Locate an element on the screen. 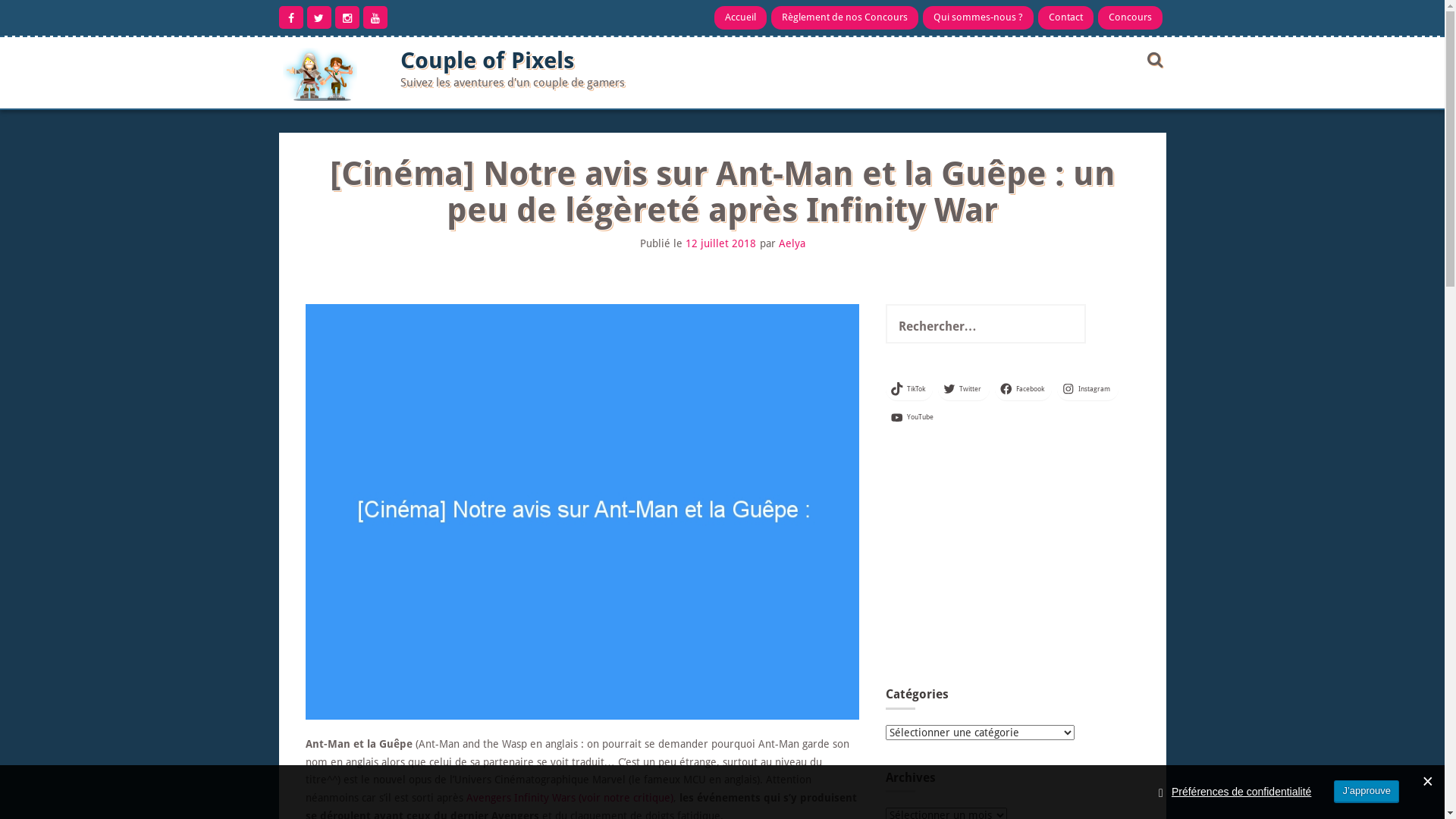  'Accueil' is located at coordinates (740, 17).